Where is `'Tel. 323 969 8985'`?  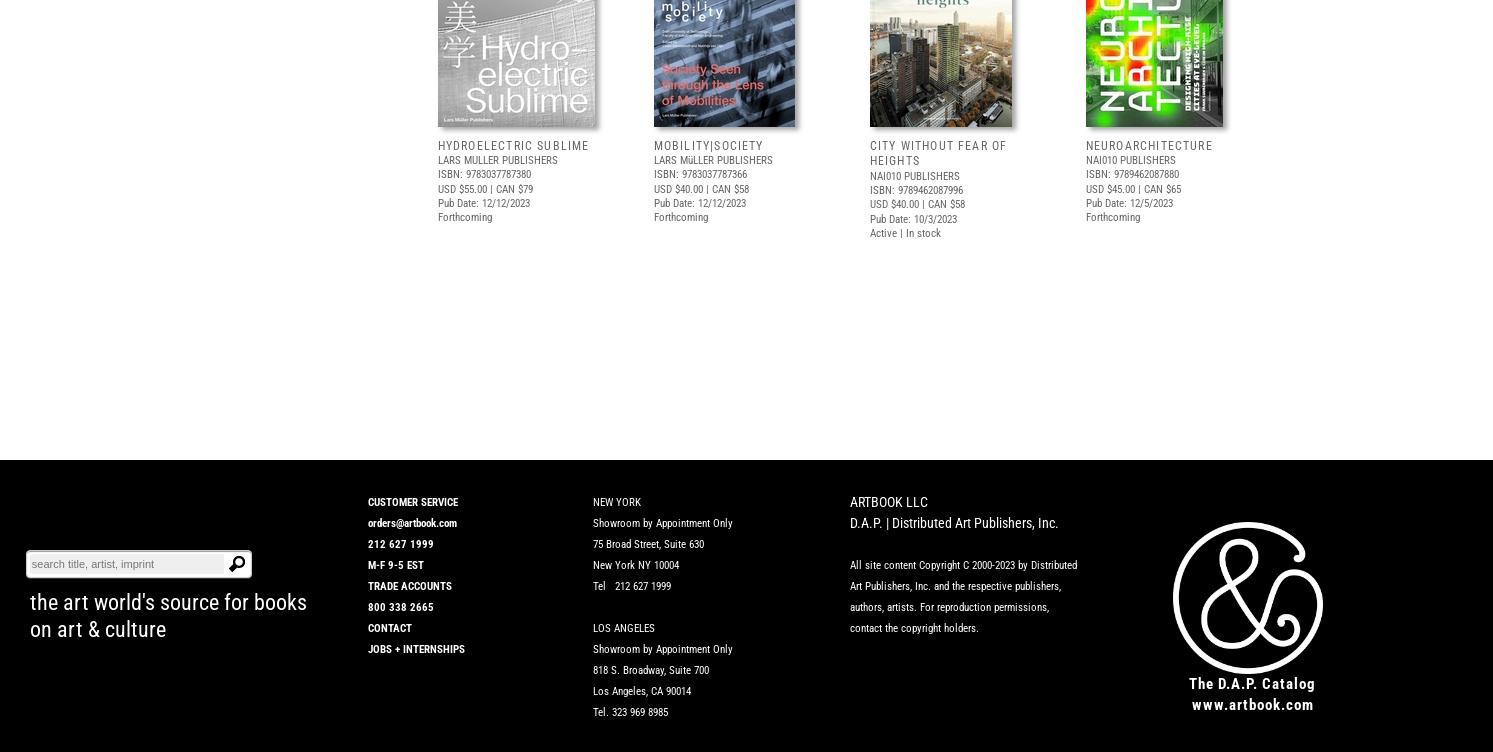 'Tel. 323 969 8985' is located at coordinates (630, 711).